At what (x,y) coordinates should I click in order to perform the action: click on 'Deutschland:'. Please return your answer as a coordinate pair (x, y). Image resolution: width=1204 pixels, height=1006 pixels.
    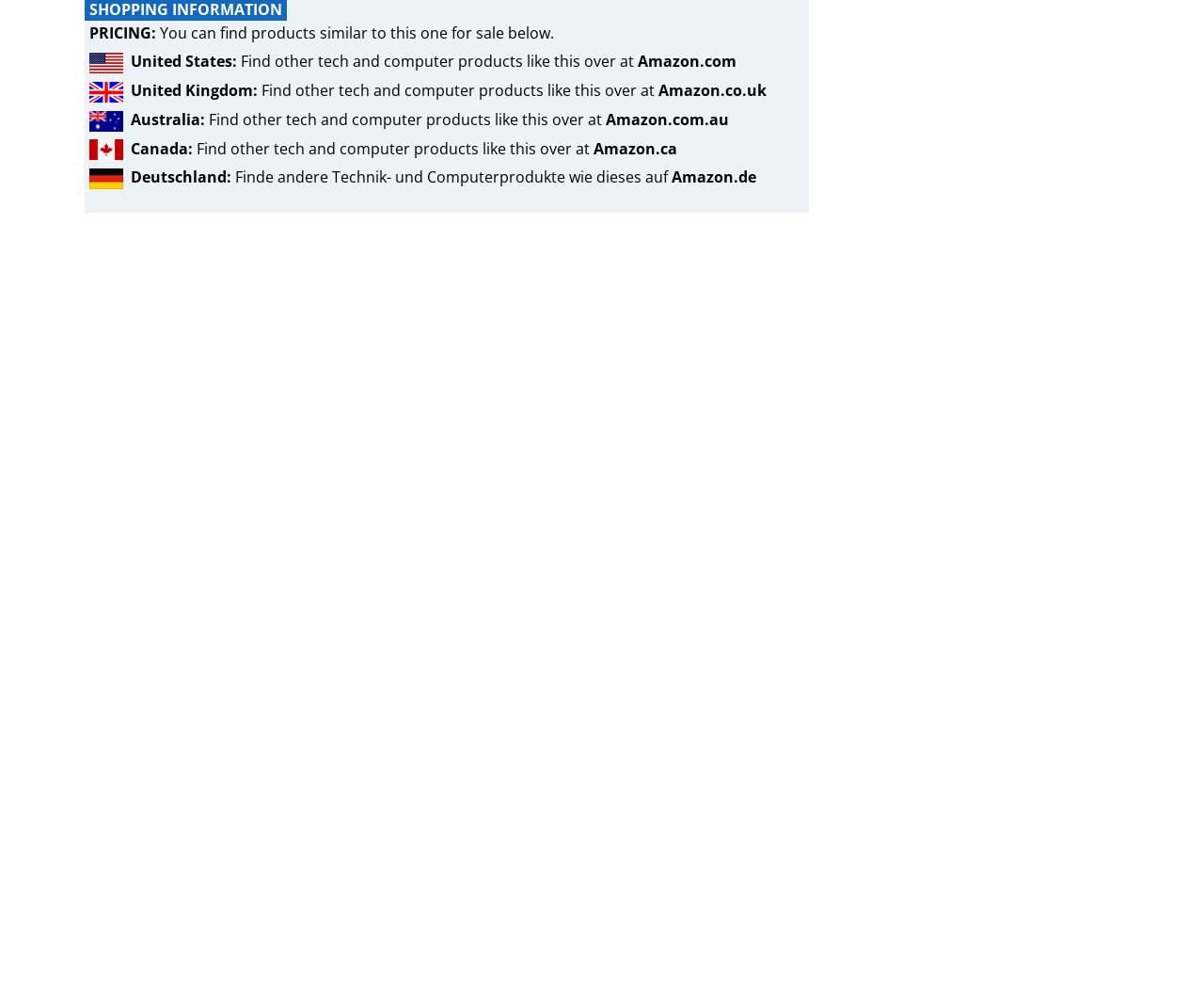
    Looking at the image, I should click on (181, 177).